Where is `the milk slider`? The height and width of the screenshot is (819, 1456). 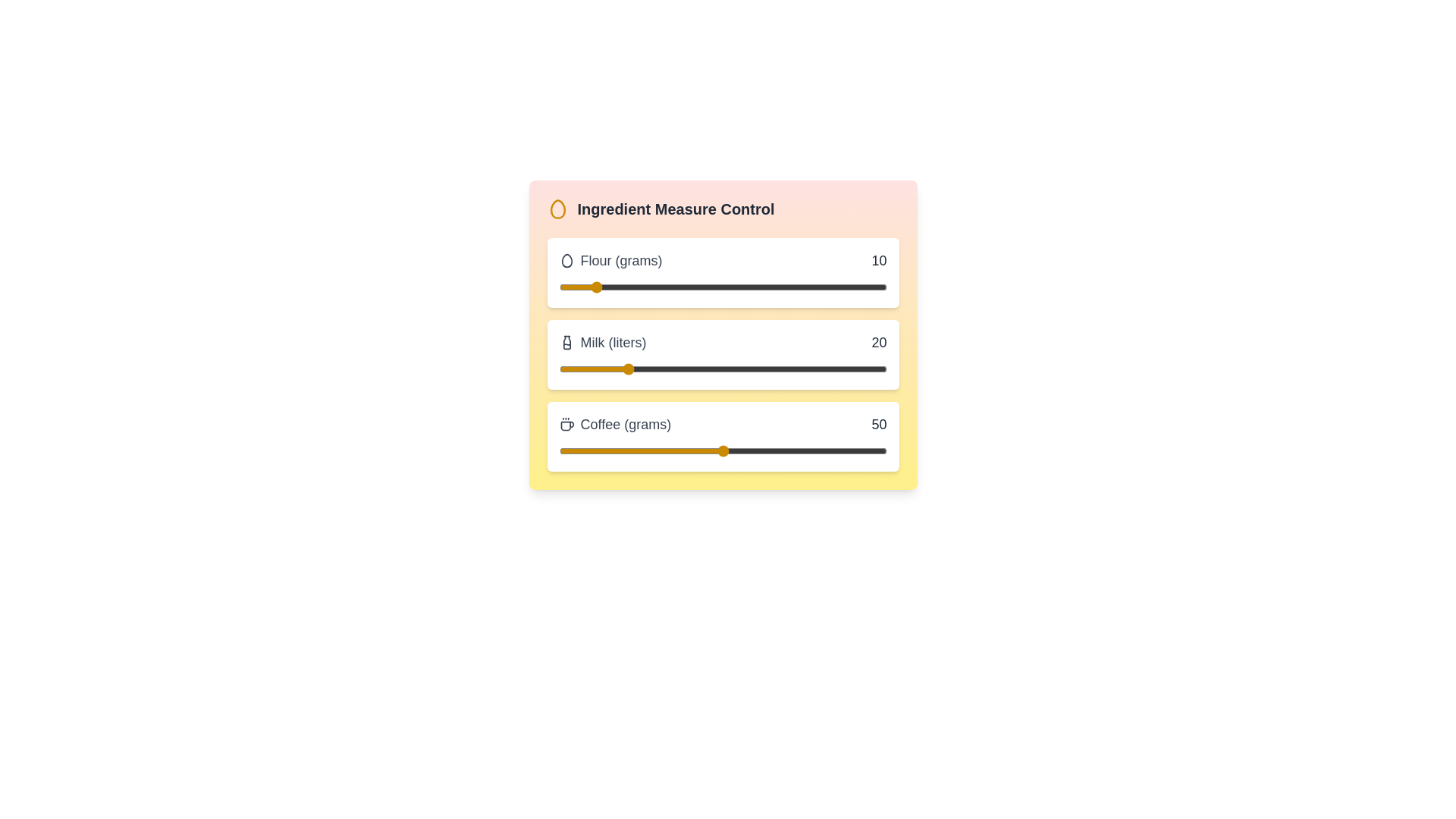 the milk slider is located at coordinates (670, 369).